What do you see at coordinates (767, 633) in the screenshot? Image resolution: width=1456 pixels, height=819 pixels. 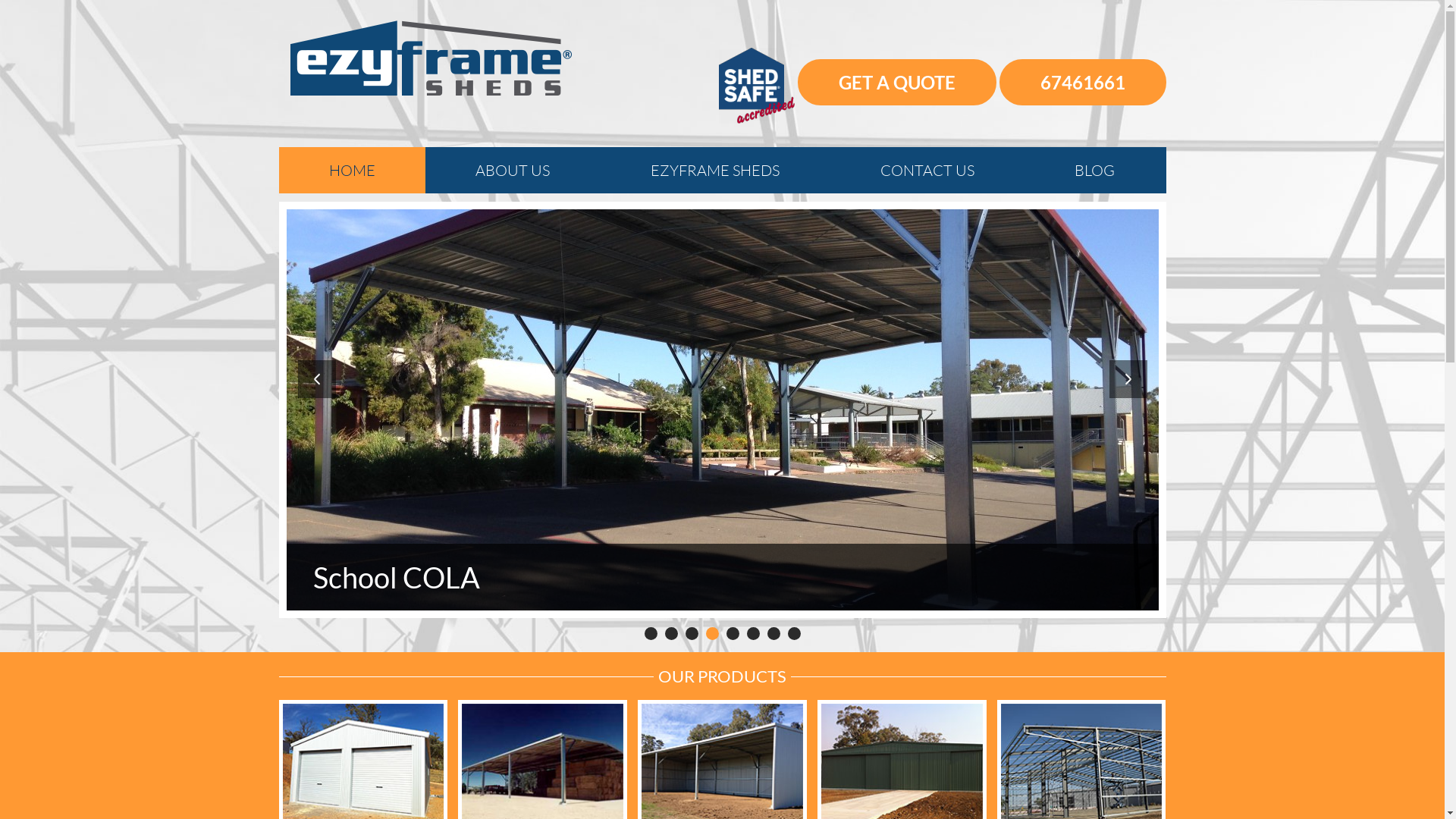 I see `'7'` at bounding box center [767, 633].